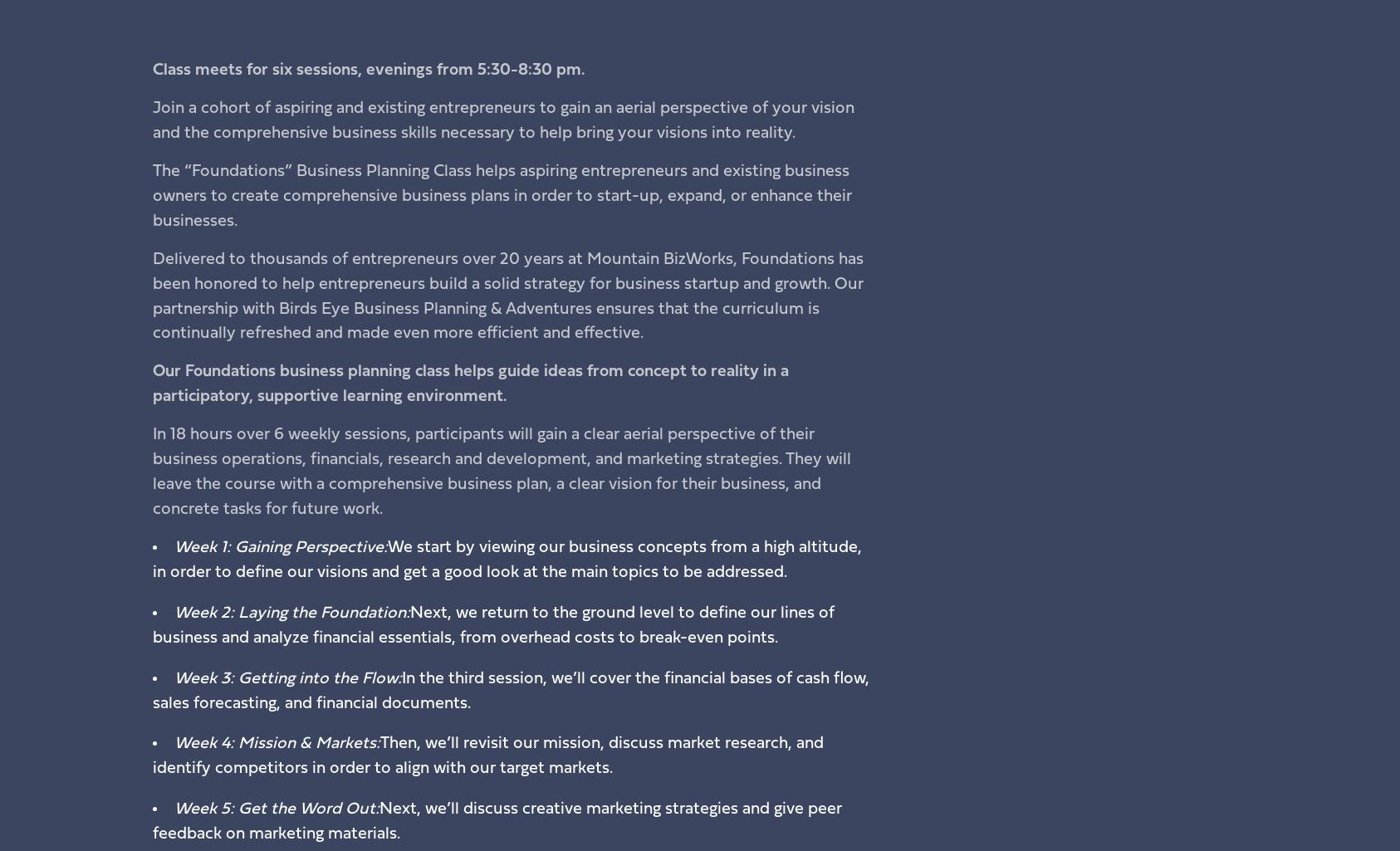 This screenshot has width=1400, height=851. What do you see at coordinates (509, 689) in the screenshot?
I see `'In the third session, we’ll cover the financial bases of cash flow, sales forecasting, and financial documents.'` at bounding box center [509, 689].